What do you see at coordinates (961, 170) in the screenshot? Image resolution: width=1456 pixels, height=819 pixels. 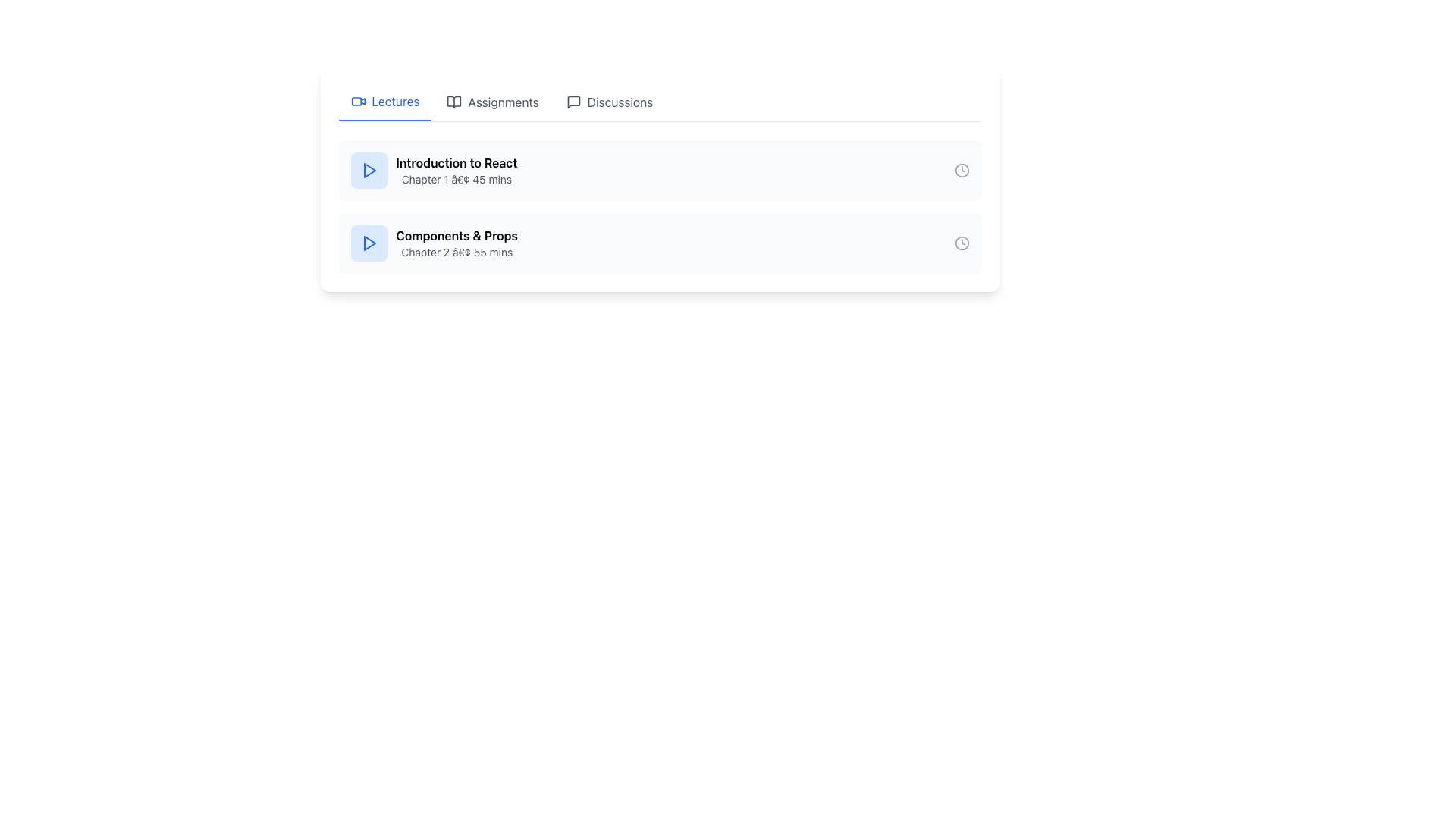 I see `the icon indicating the duration of the lecture or session, located at the far right of the row with the text 'Introduction to React Chapter 1 • 45 mins'` at bounding box center [961, 170].